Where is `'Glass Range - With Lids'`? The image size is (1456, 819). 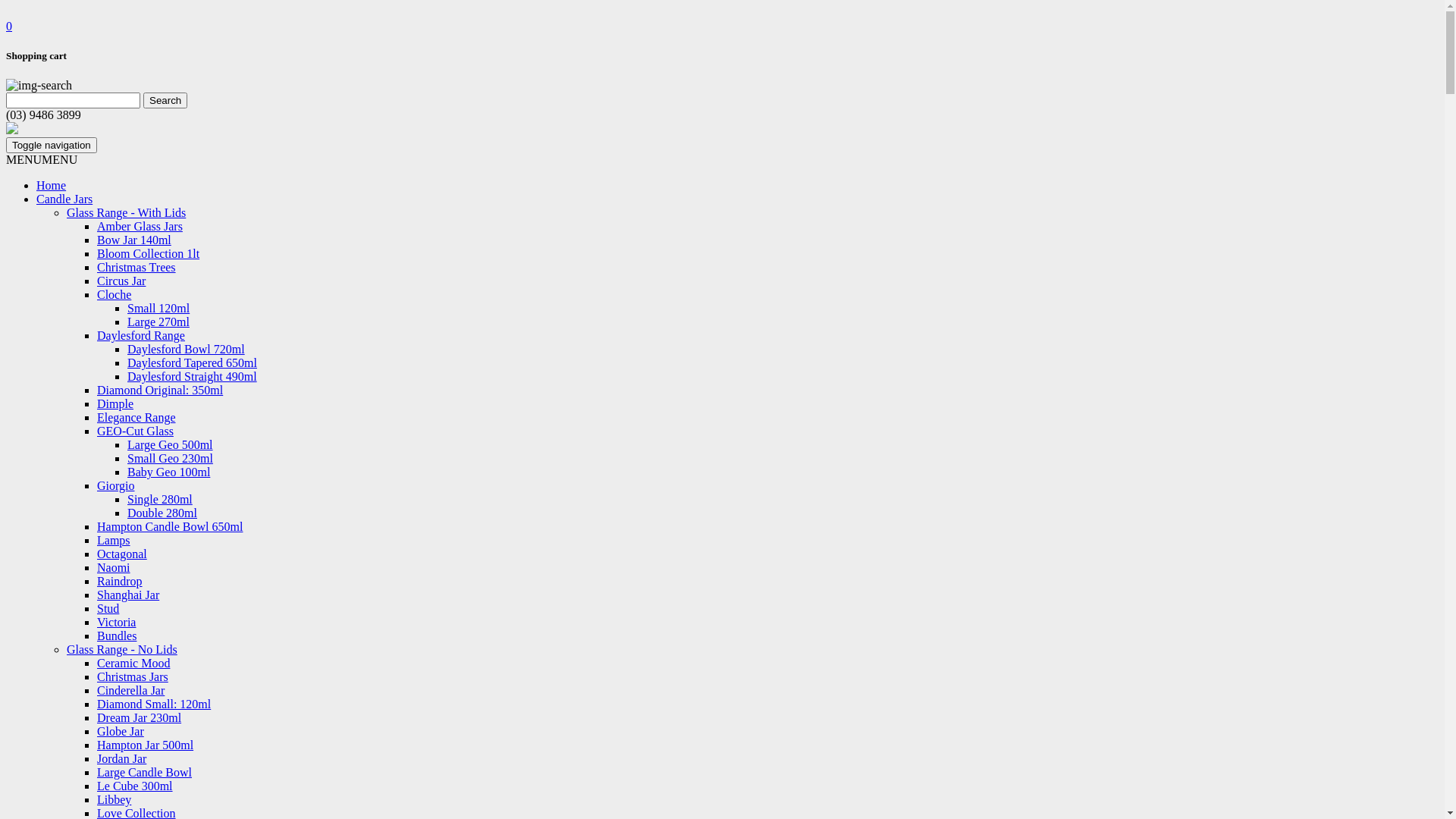
'Glass Range - With Lids' is located at coordinates (126, 212).